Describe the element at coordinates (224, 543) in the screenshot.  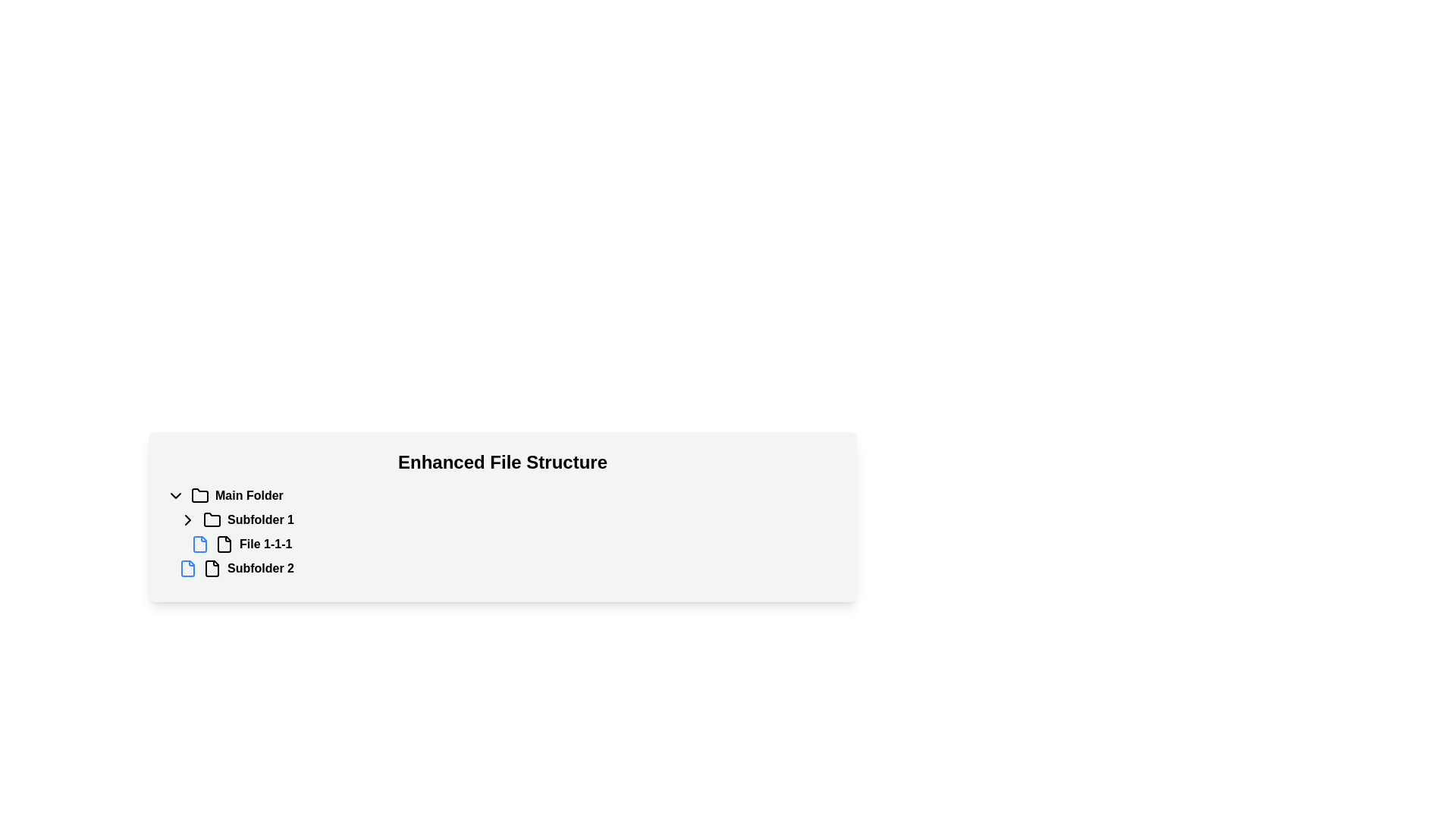
I see `the third icon in the row associated with 'File 1-1-1', which serves as a symbolic representation of file entities` at that location.